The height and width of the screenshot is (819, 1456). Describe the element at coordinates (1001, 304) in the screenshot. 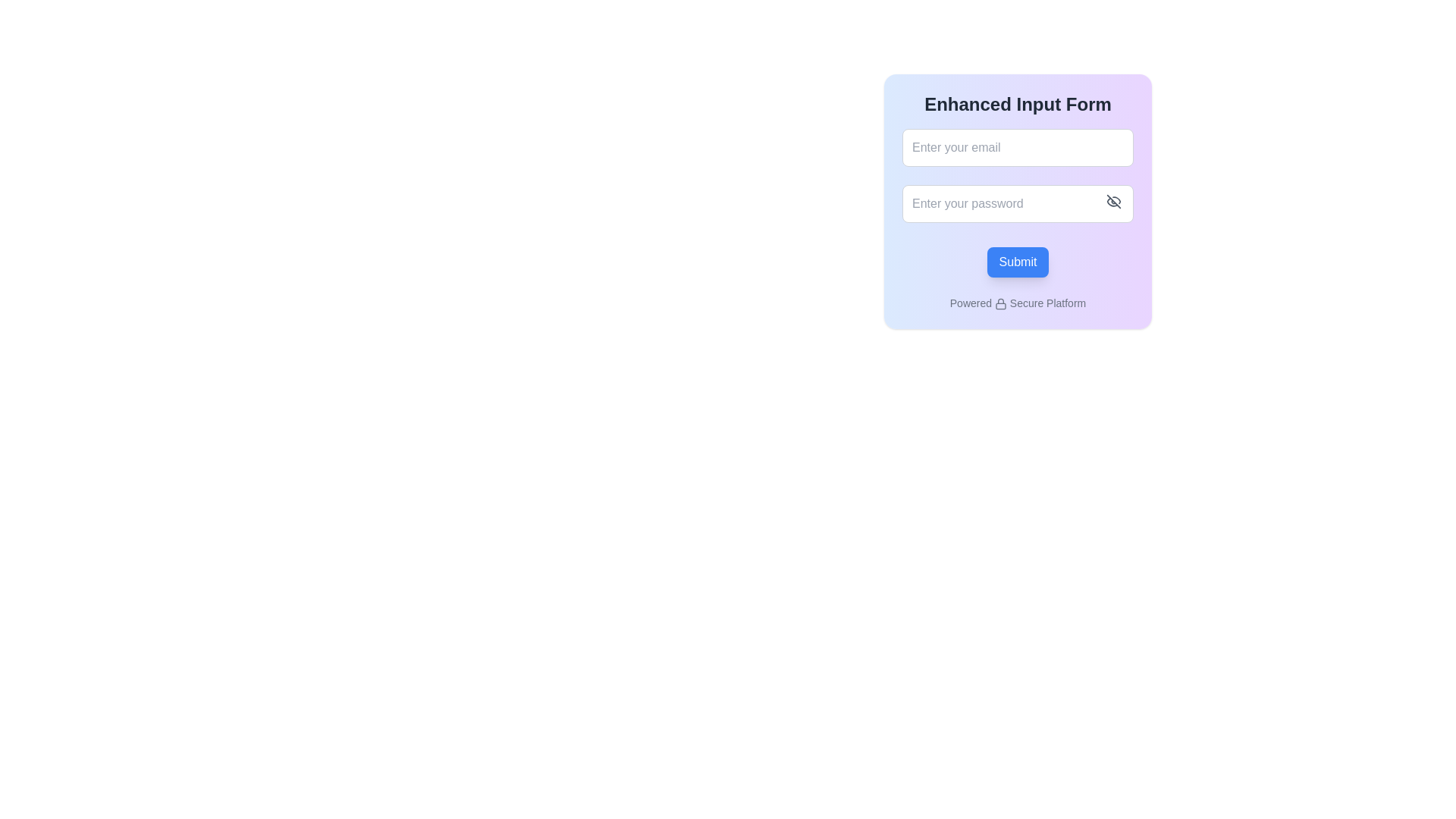

I see `the Decorative Icon indicating security, located to the left of the 'Secure Platform' text in the footer area of the card interface` at that location.